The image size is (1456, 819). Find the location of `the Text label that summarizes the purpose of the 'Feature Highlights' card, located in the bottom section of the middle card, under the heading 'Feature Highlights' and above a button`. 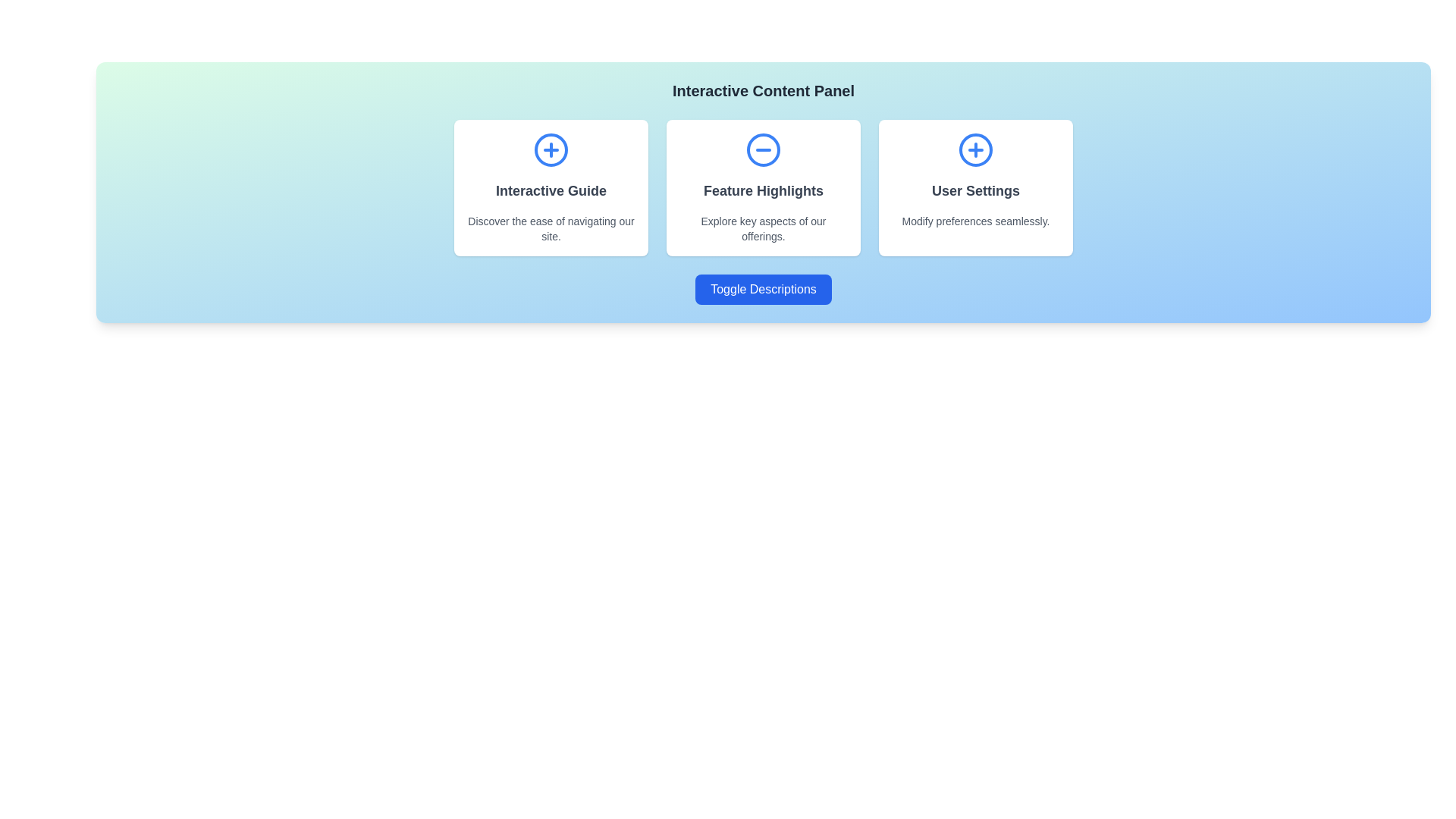

the Text label that summarizes the purpose of the 'Feature Highlights' card, located in the bottom section of the middle card, under the heading 'Feature Highlights' and above a button is located at coordinates (764, 228).